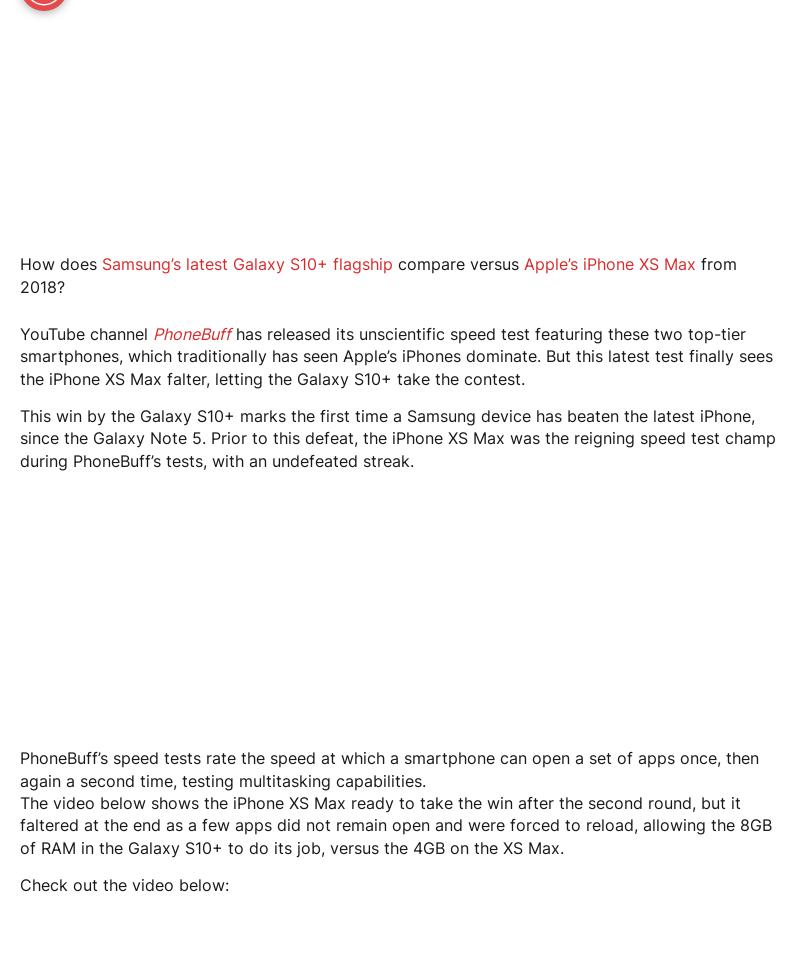 This screenshot has height=969, width=800. What do you see at coordinates (123, 884) in the screenshot?
I see `'Check out the video below:'` at bounding box center [123, 884].